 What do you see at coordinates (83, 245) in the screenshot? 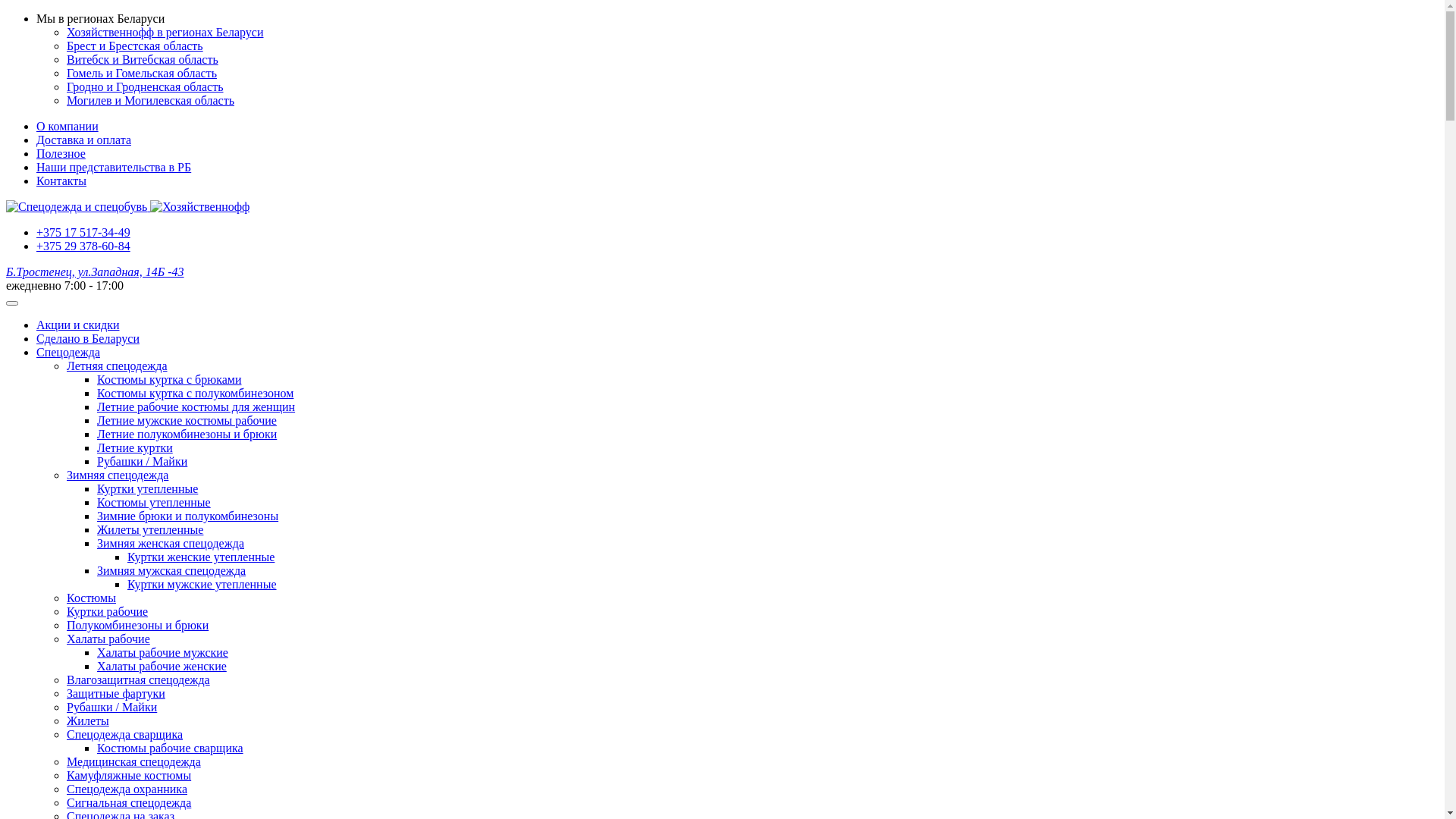
I see `'+375 29 378-60-84'` at bounding box center [83, 245].